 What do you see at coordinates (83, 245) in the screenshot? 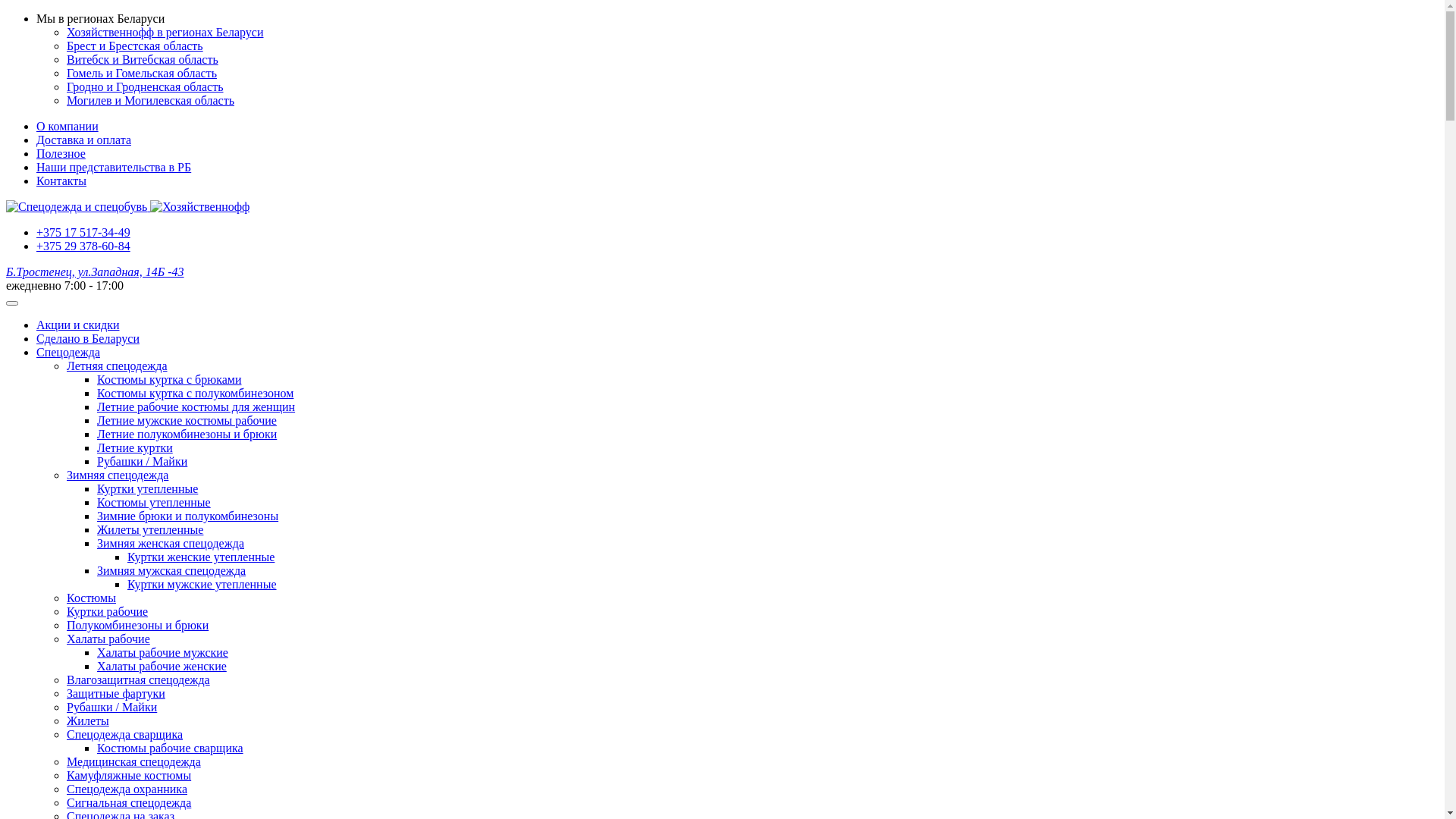
I see `'+375 29 378-60-84'` at bounding box center [83, 245].